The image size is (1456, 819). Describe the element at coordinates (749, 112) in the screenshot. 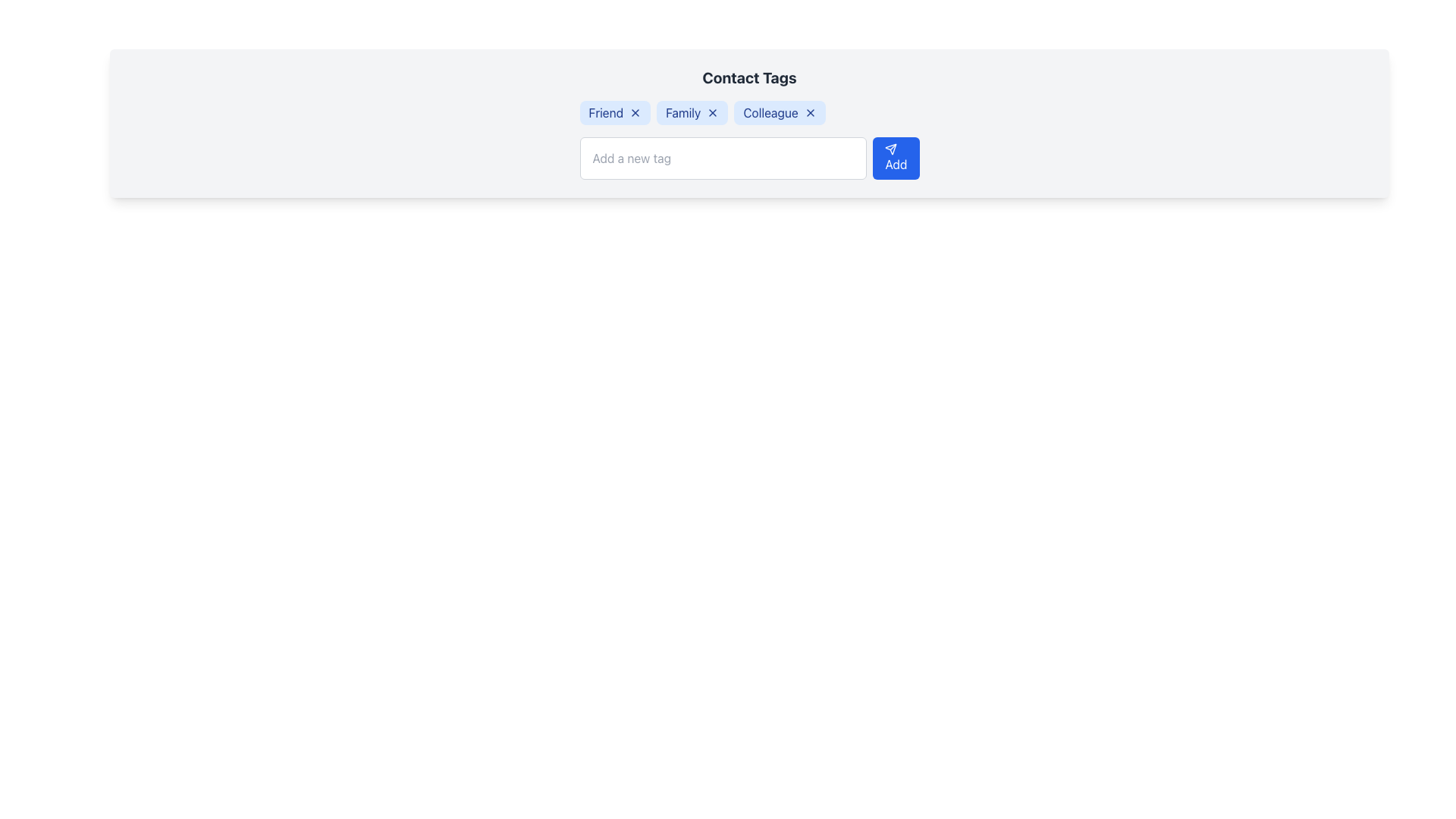

I see `the 'Friend', 'Family', or 'Colleague' tag below the 'Contact Tags' text` at that location.